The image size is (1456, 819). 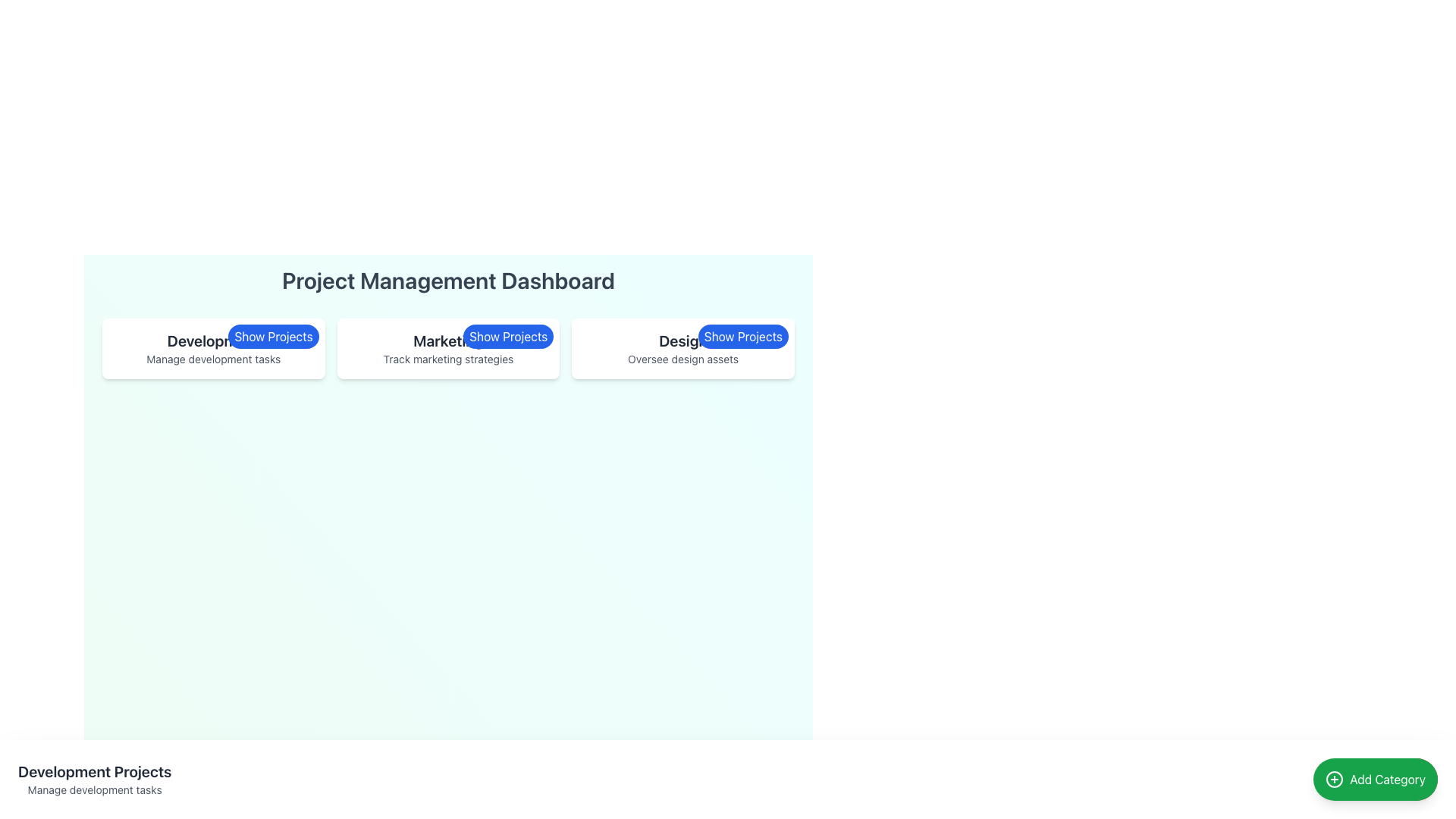 What do you see at coordinates (273, 335) in the screenshot?
I see `the 'Show Projects' button with a blue background and white text located in the top-right corner of the 'Development' card` at bounding box center [273, 335].